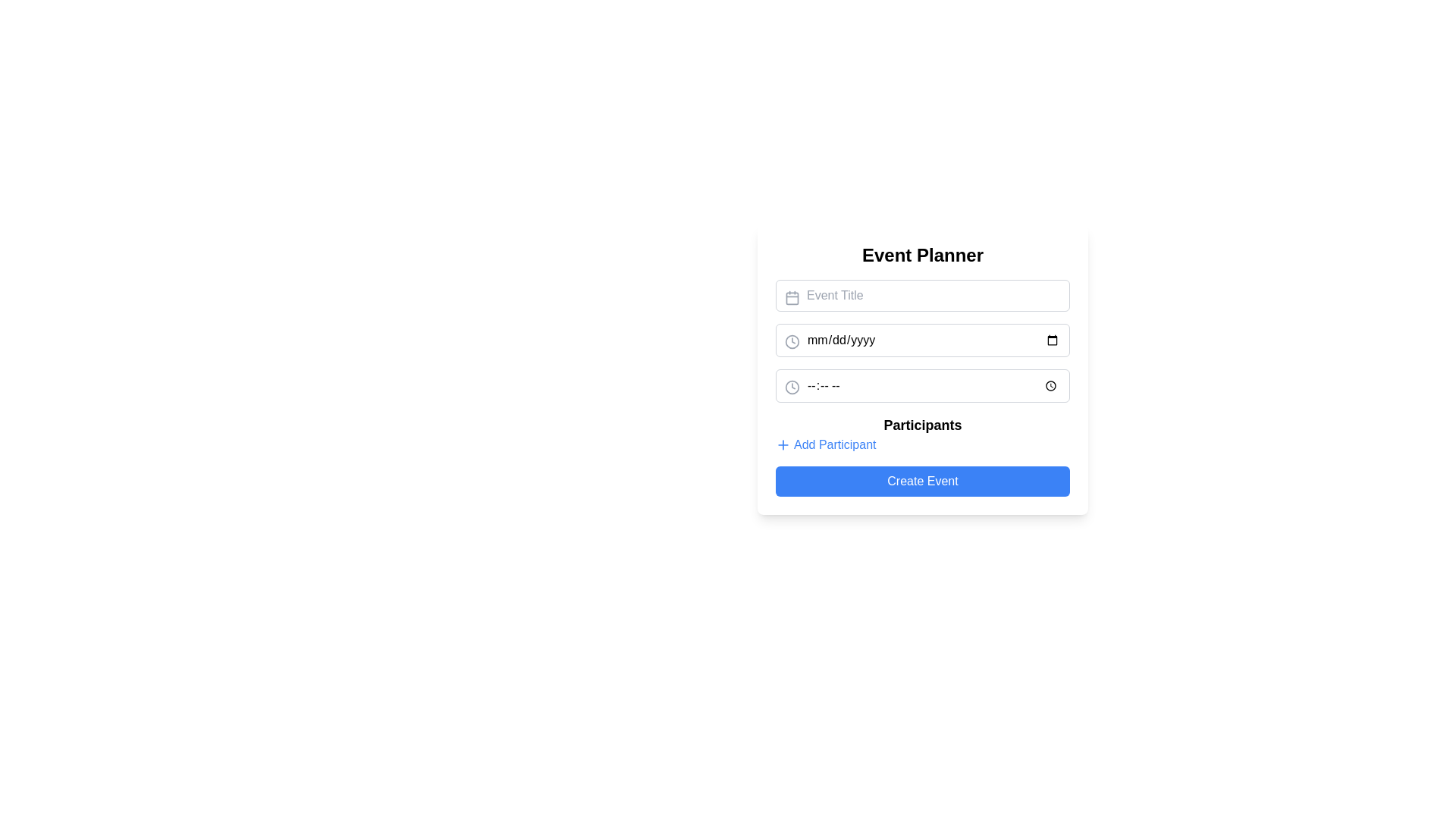 This screenshot has height=819, width=1456. What do you see at coordinates (792, 298) in the screenshot?
I see `the small gray calendar icon located at the top left corner of the 'Event Title' input field` at bounding box center [792, 298].